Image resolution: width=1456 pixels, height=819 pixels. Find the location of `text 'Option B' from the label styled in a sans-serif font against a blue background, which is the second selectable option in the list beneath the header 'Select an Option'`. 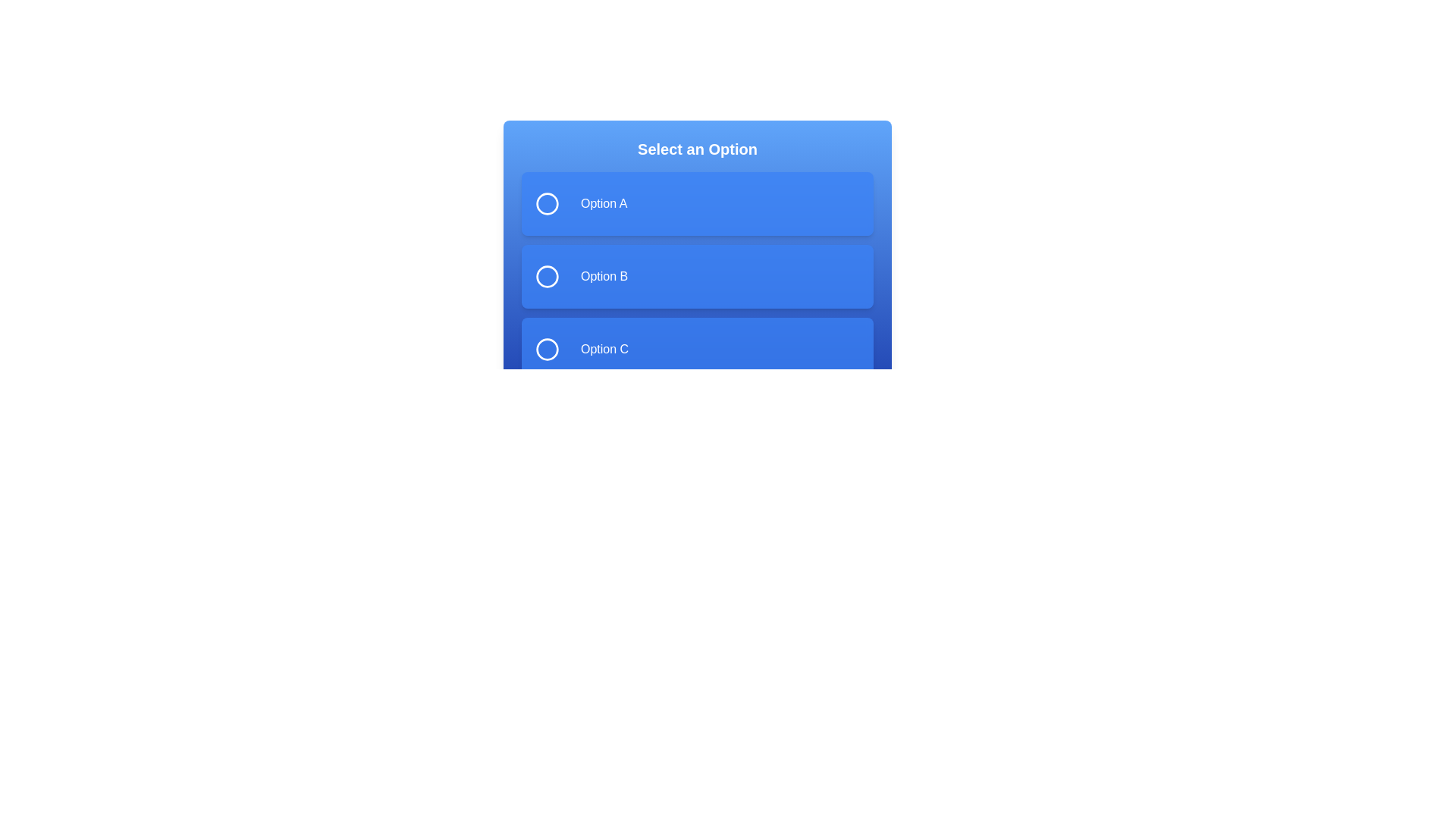

text 'Option B' from the label styled in a sans-serif font against a blue background, which is the second selectable option in the list beneath the header 'Select an Option' is located at coordinates (604, 277).